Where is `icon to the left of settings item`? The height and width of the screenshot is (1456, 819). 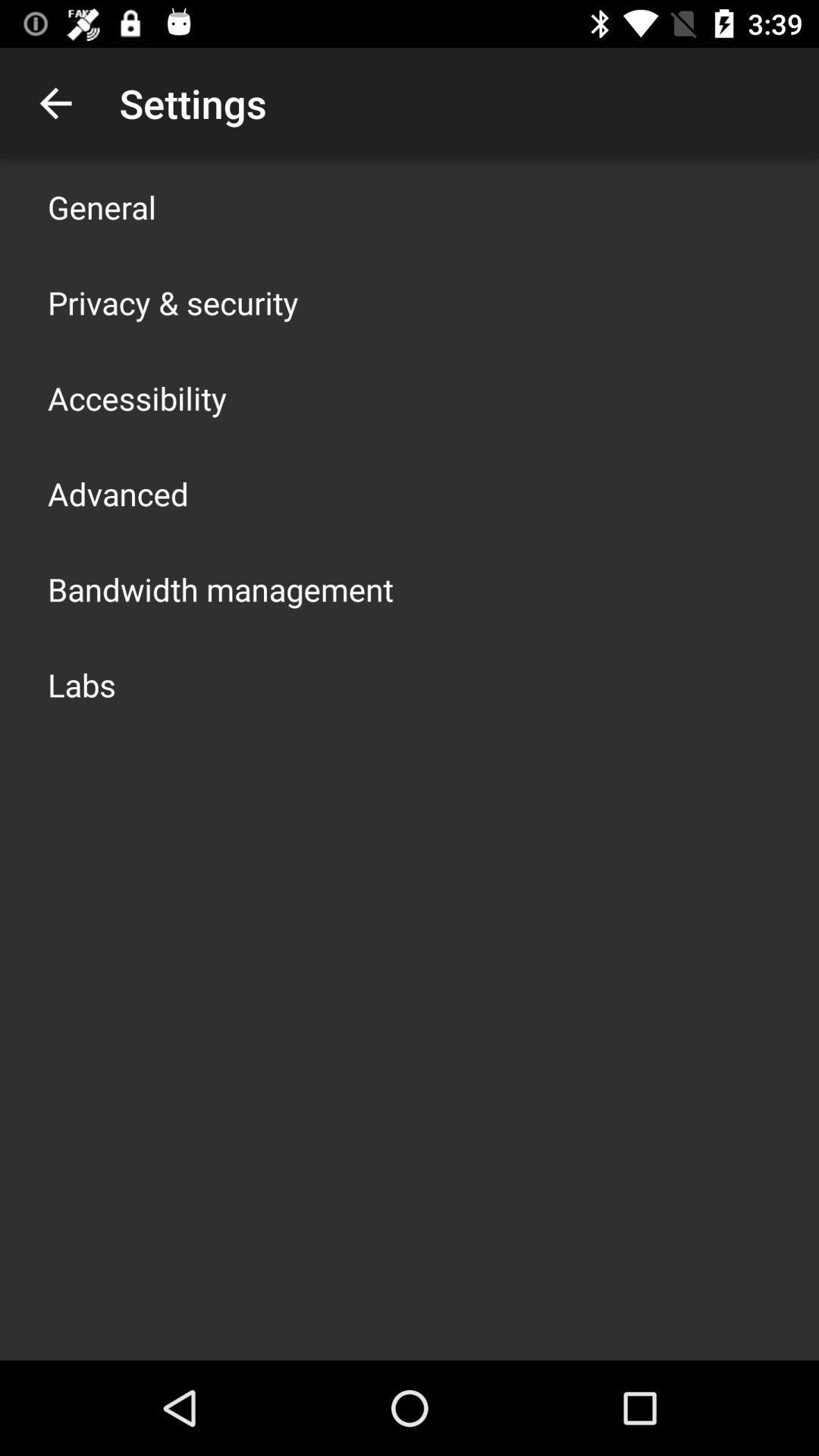
icon to the left of settings item is located at coordinates (55, 102).